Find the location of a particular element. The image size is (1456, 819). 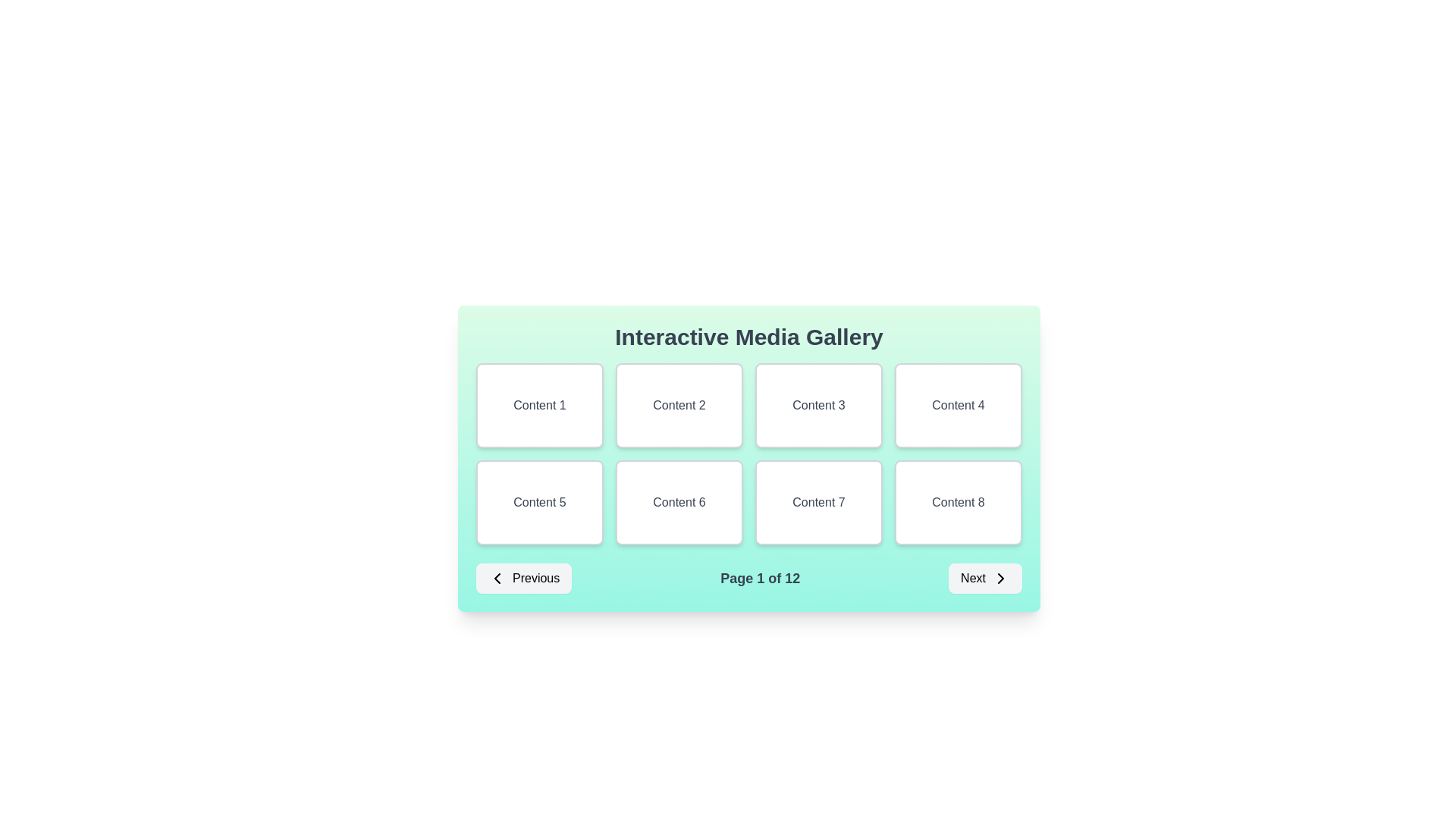

the static card component displaying 'Content 3', which is the third card in the first row of a 4x2 grid layout is located at coordinates (818, 405).